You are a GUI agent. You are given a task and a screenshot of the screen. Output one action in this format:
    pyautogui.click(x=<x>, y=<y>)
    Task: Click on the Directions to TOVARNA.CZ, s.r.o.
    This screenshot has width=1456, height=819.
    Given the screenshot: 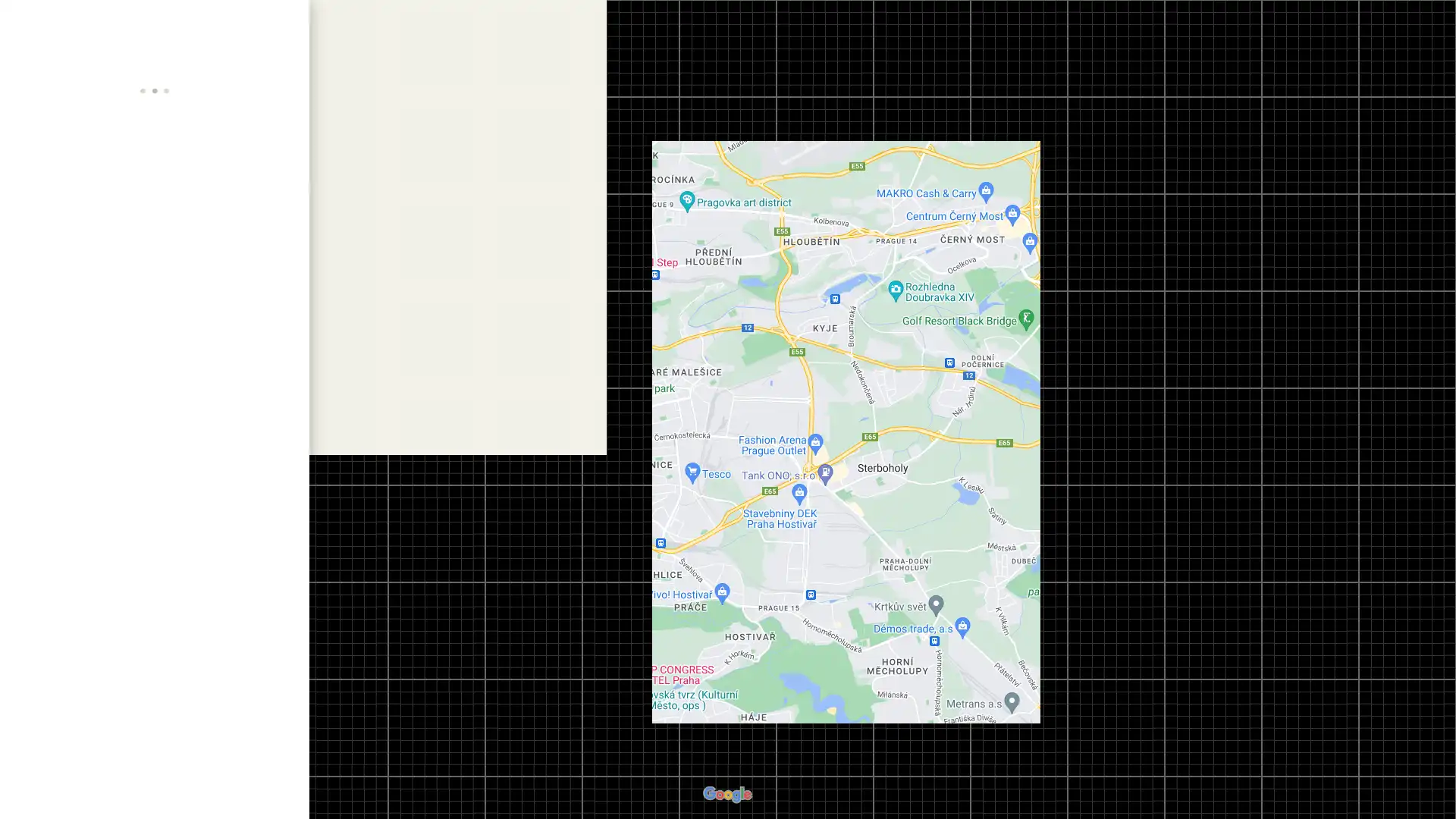 What is the action you would take?
    pyautogui.click(x=43, y=296)
    